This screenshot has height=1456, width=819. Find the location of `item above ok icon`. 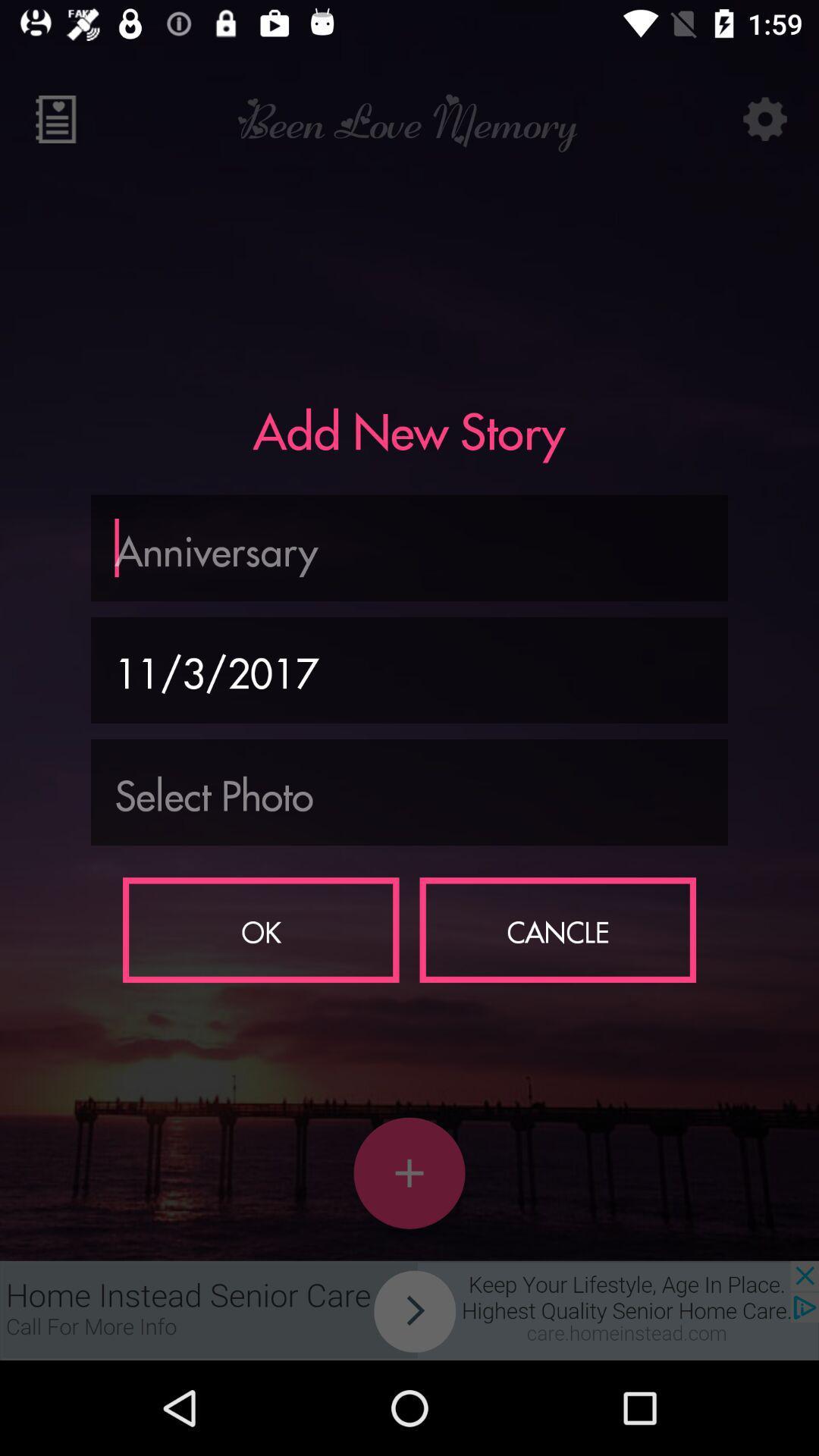

item above ok icon is located at coordinates (409, 792).